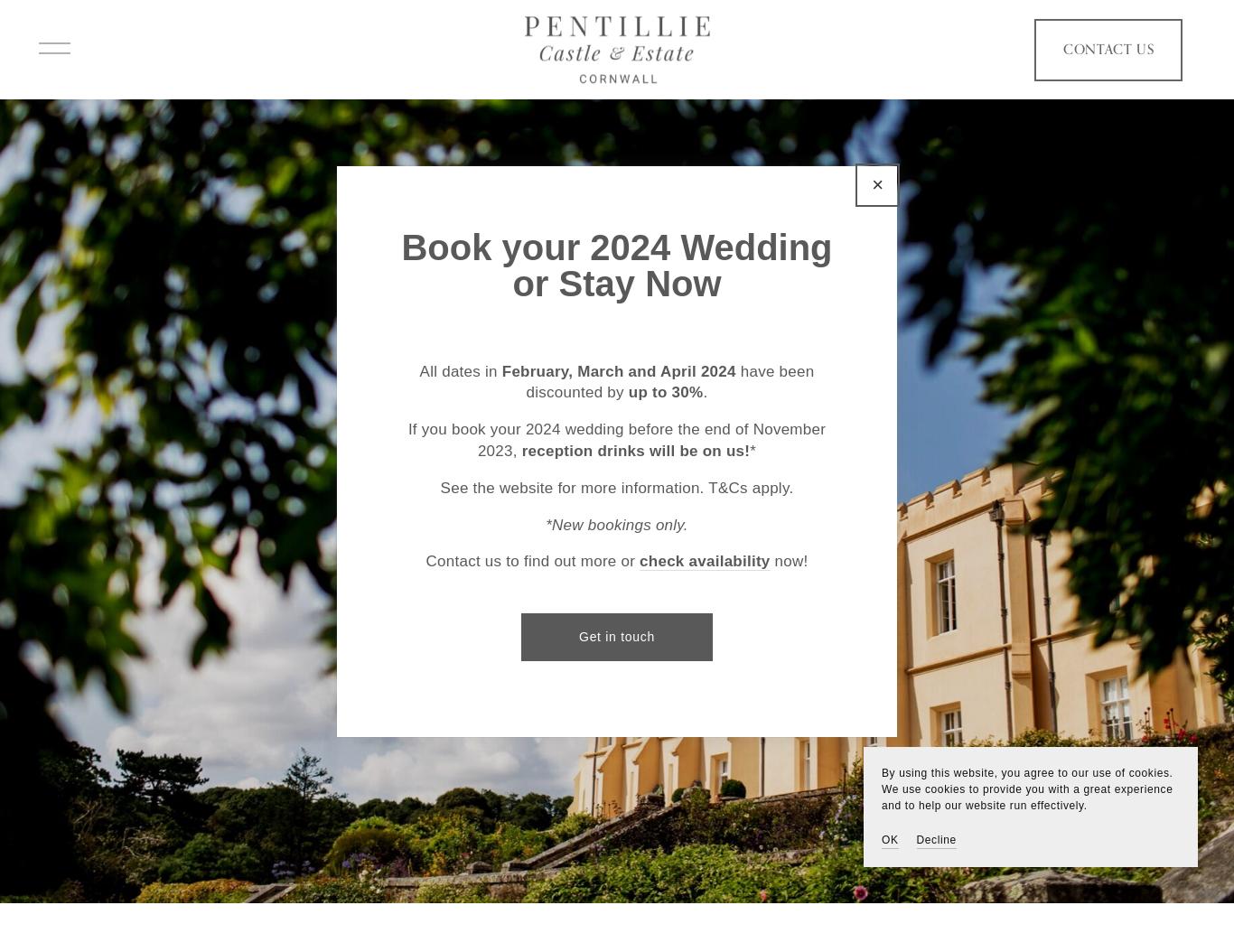 The height and width of the screenshot is (952, 1234). I want to click on 'EXPLORE BY VIDEO', so click(617, 593).